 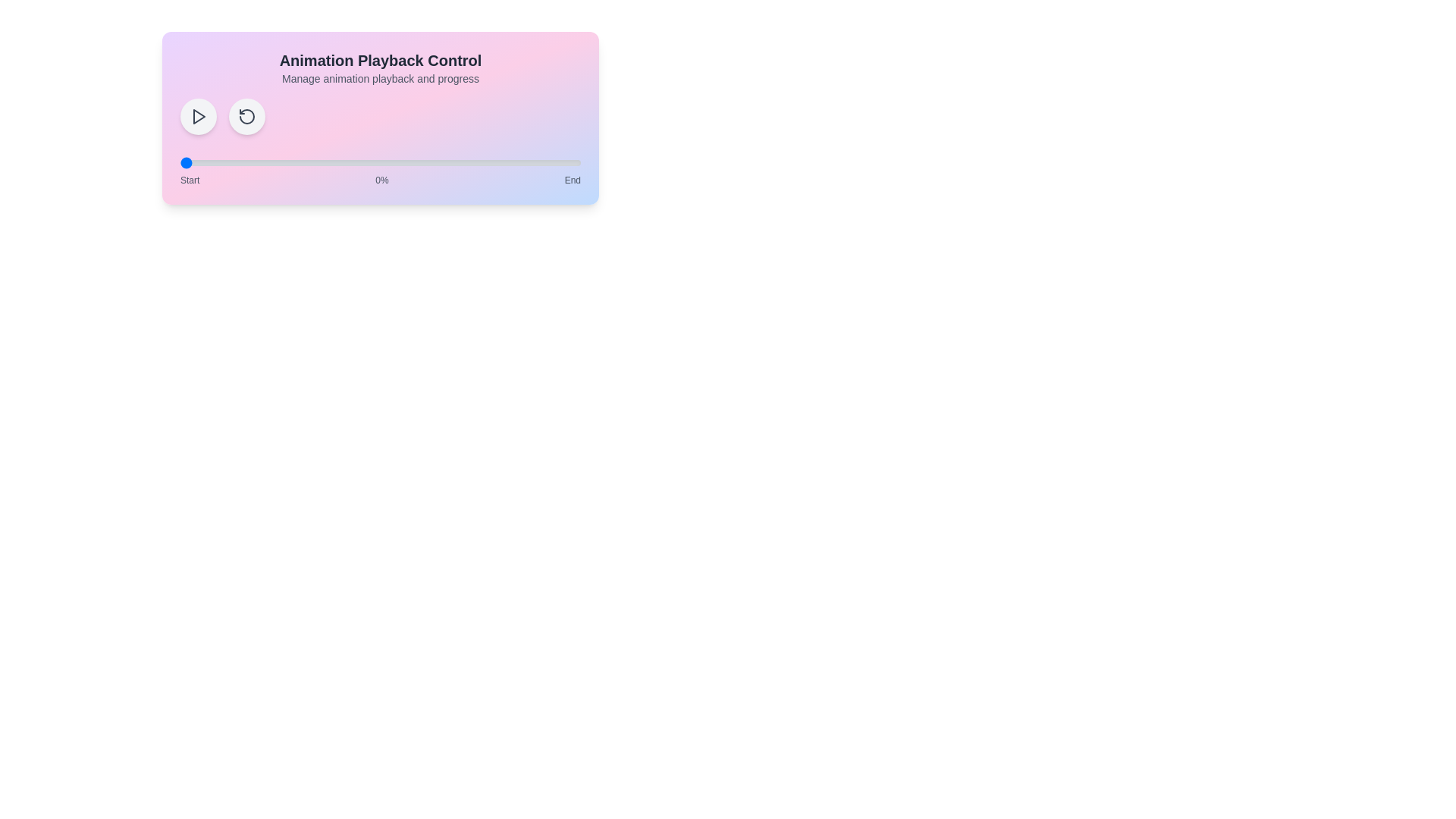 What do you see at coordinates (520, 163) in the screenshot?
I see `the animation progress to 85% by interacting with the range slider` at bounding box center [520, 163].